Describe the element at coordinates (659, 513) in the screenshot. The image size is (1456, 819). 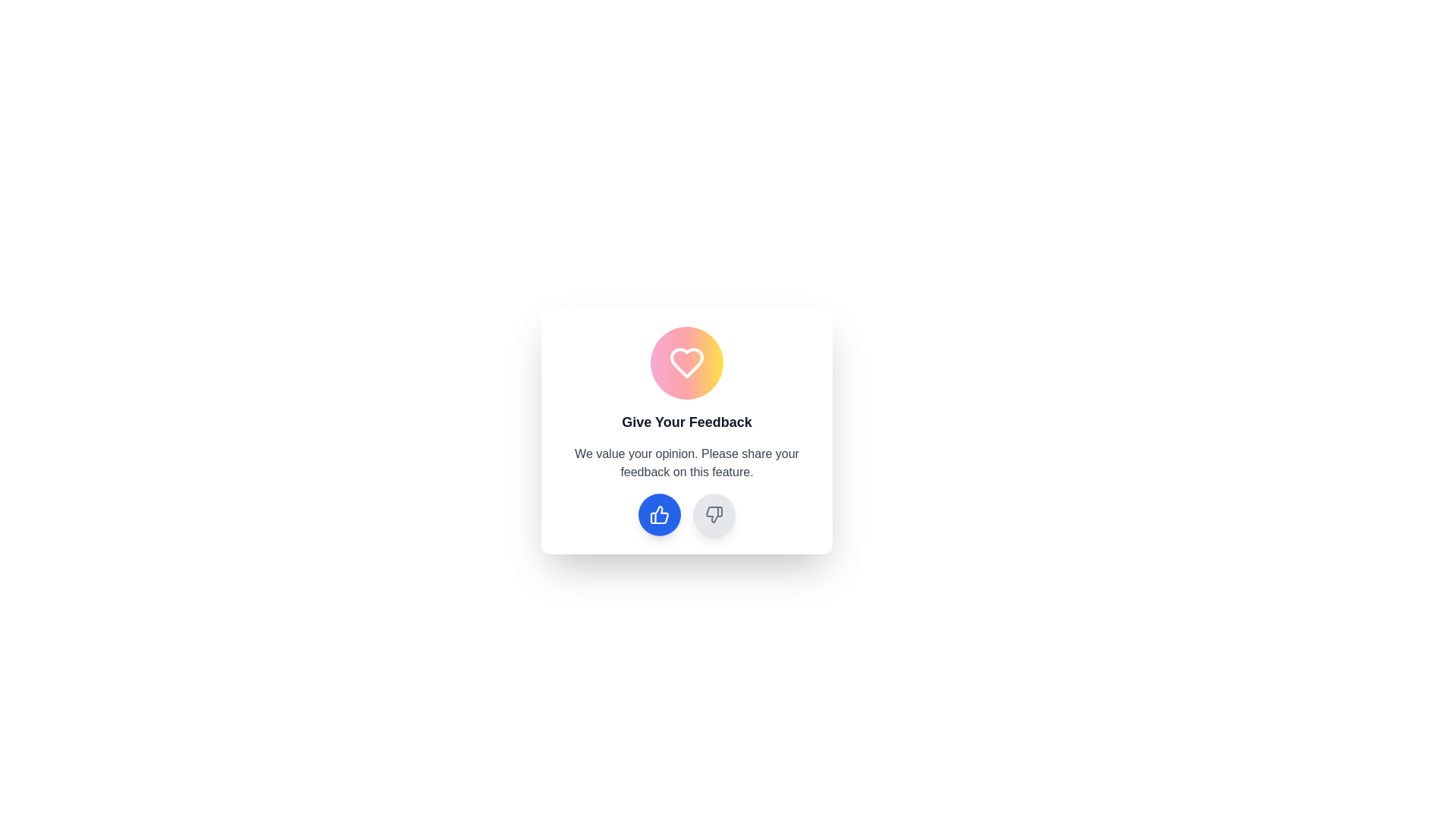
I see `the thumbs-up icon located within the blue circular button at the bottom-left corner of the card to express positive feedback` at that location.